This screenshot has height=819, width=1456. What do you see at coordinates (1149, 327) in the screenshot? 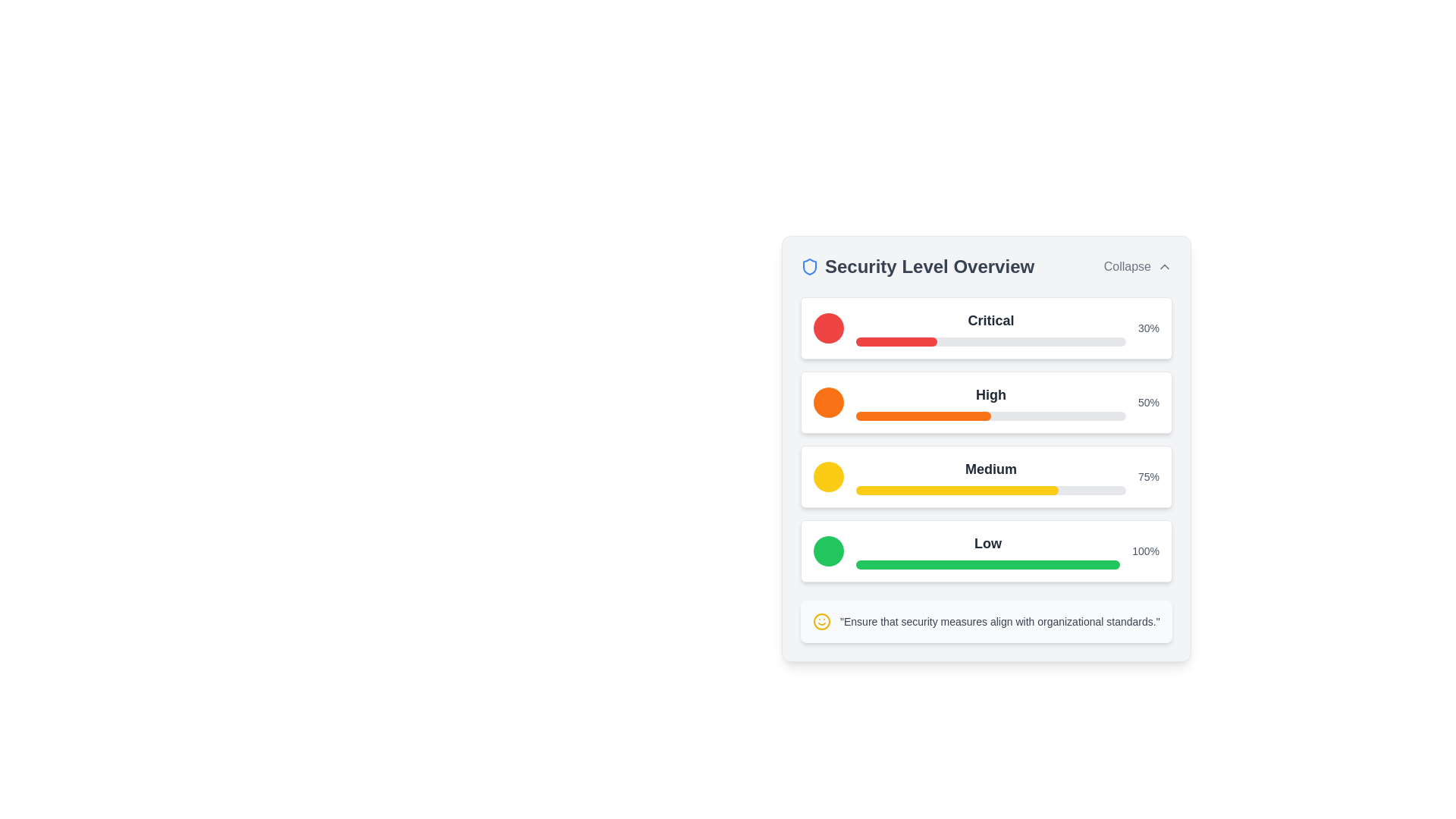
I see `the Text label displaying the percentage value of 30% located at the far right end of the 'Critical' security level section, immediately to the right of the progress bar and below the header 'Critical'` at bounding box center [1149, 327].